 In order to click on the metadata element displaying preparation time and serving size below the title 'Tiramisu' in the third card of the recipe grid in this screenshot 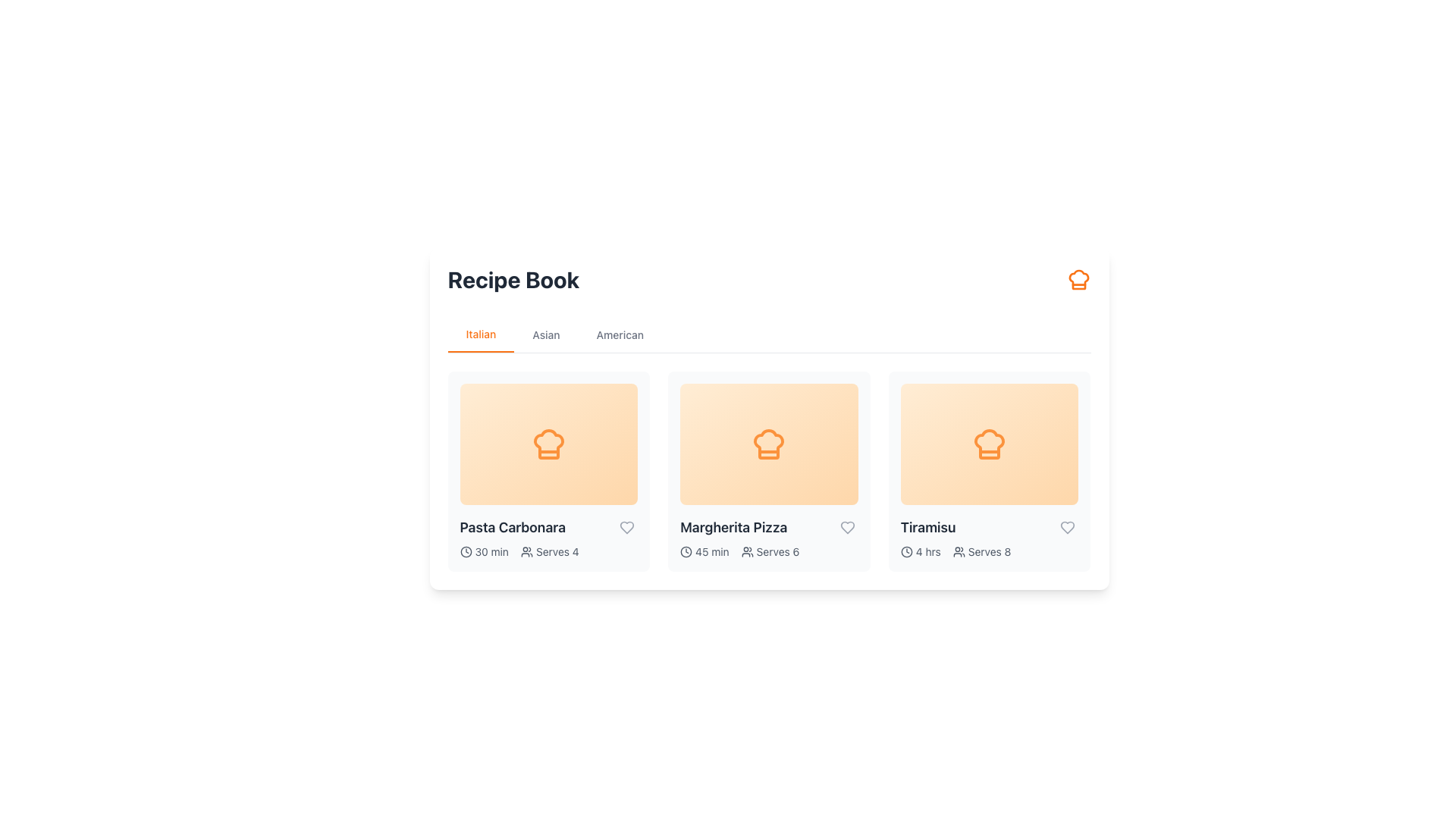, I will do `click(990, 552)`.